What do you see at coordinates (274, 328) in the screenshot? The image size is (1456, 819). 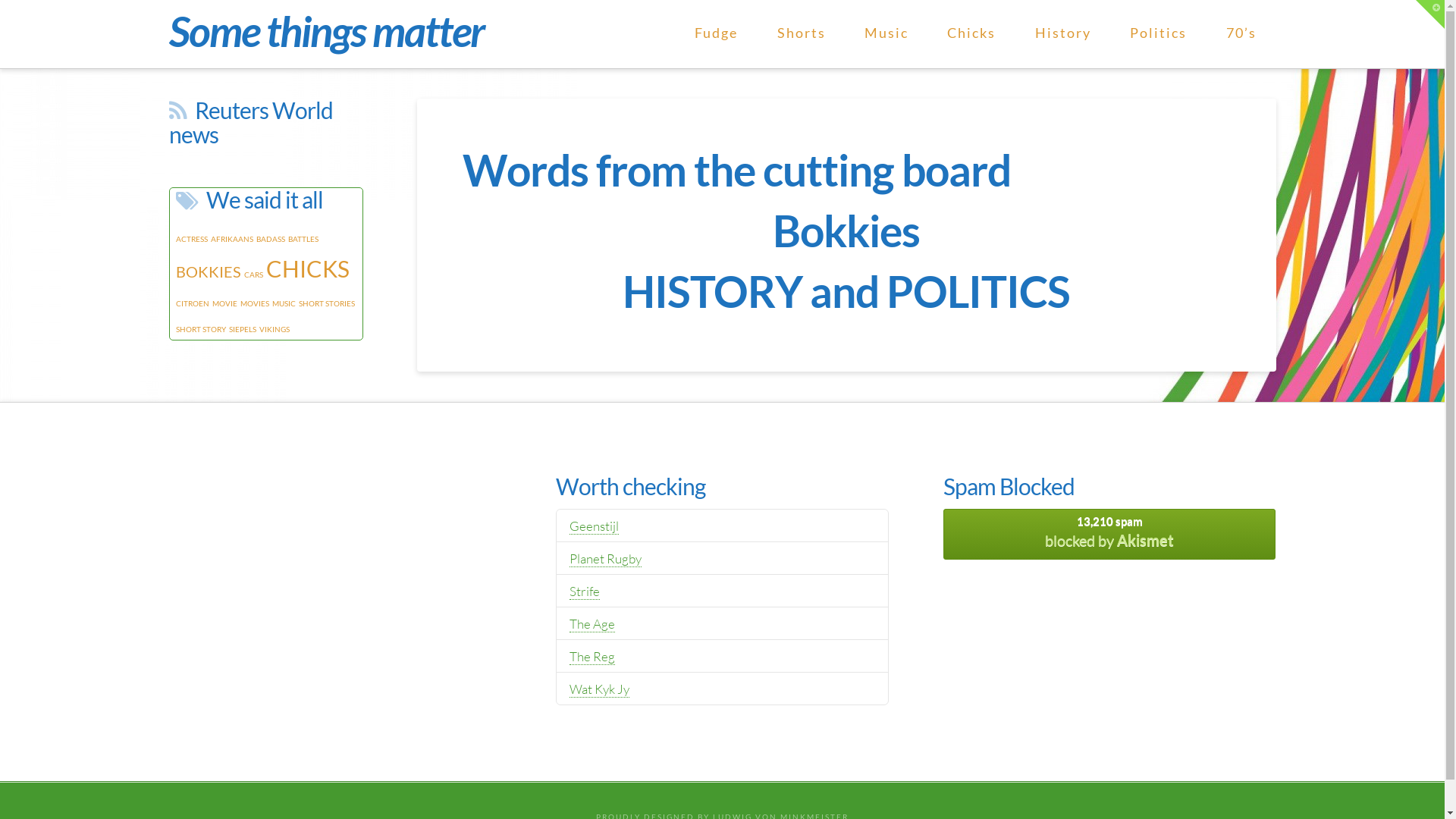 I see `'VIKINGS'` at bounding box center [274, 328].